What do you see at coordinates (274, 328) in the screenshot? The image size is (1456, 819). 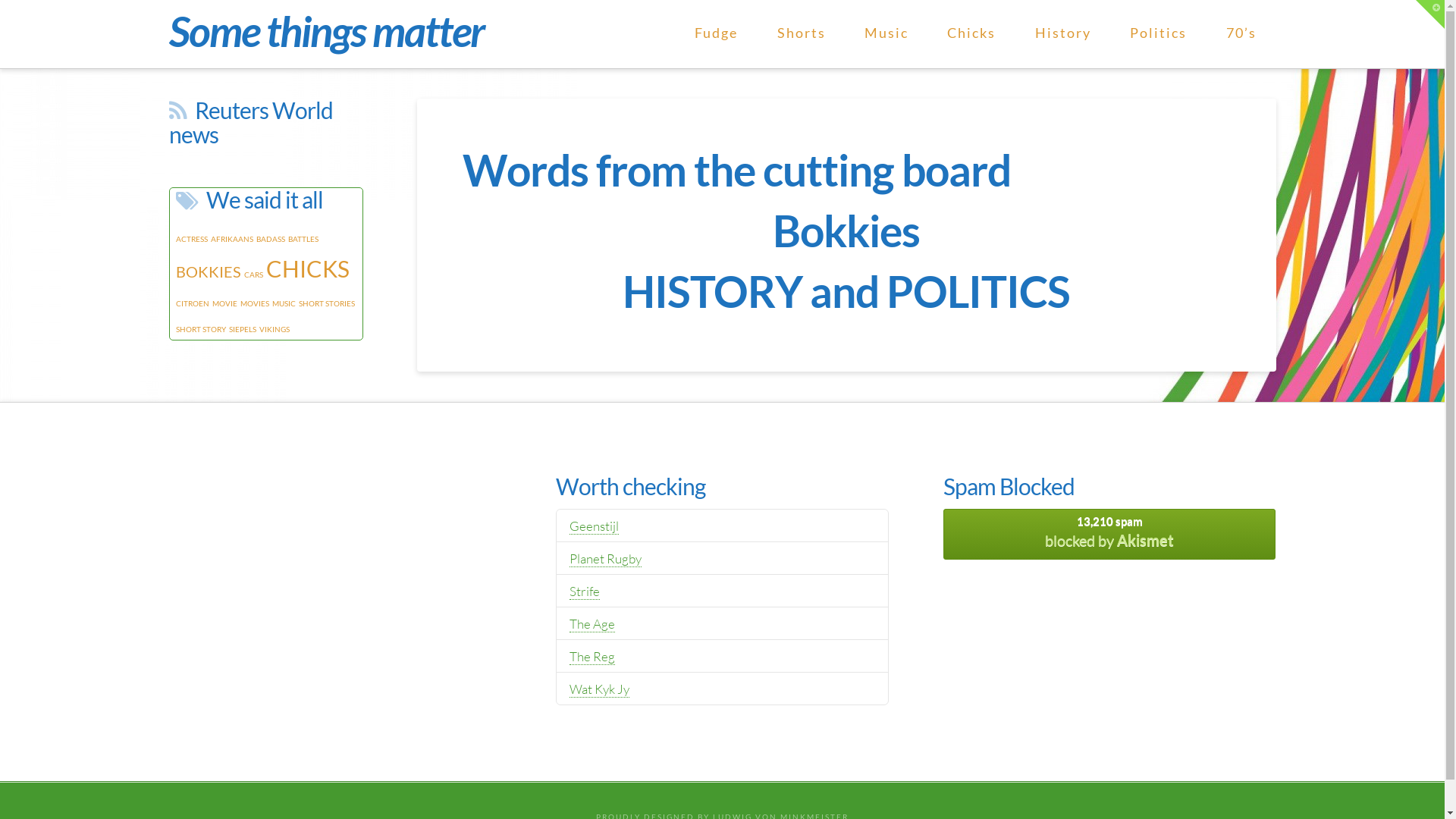 I see `'VIKINGS'` at bounding box center [274, 328].